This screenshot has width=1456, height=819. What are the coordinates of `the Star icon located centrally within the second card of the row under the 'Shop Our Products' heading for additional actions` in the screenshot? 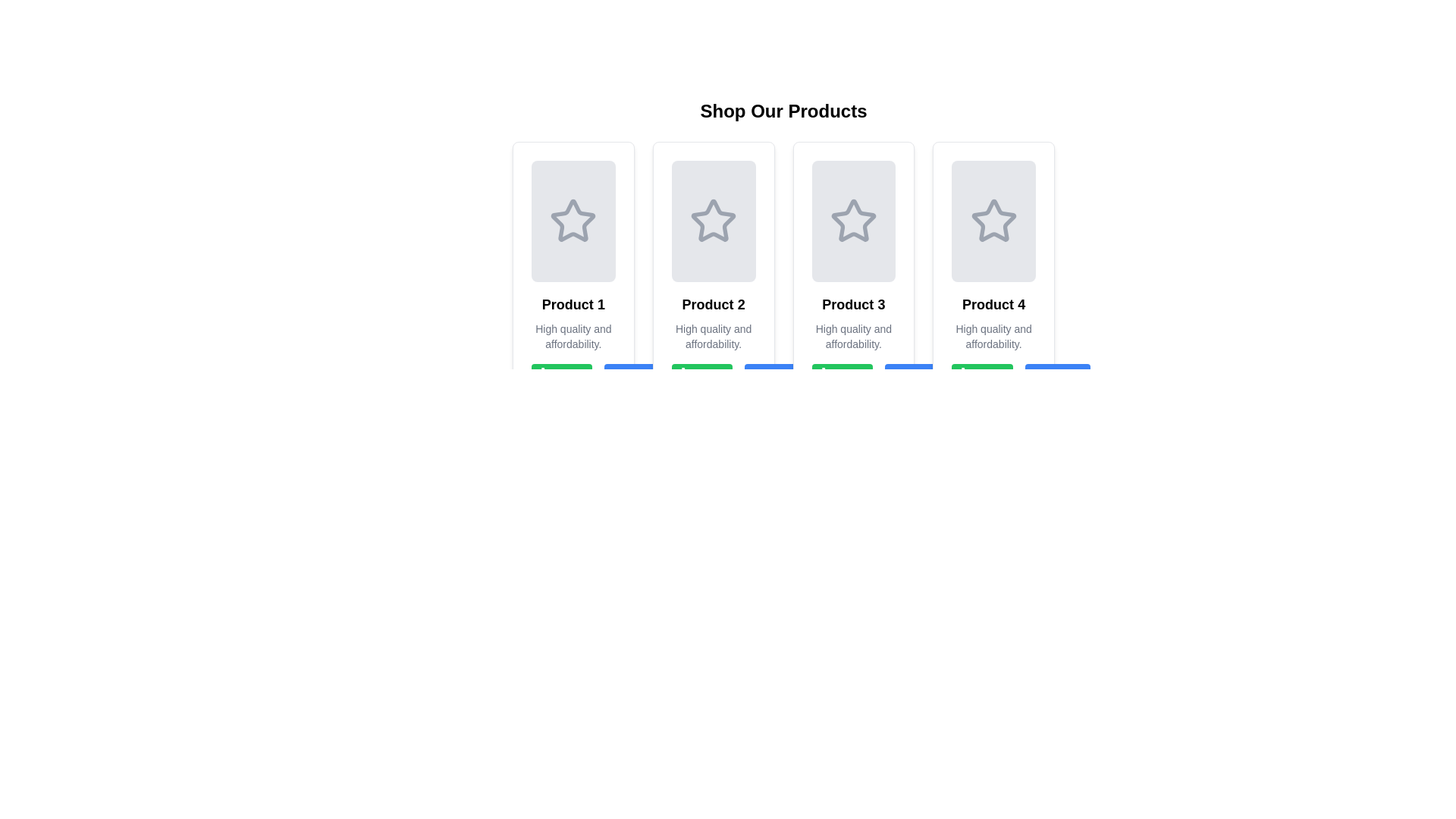 It's located at (712, 221).